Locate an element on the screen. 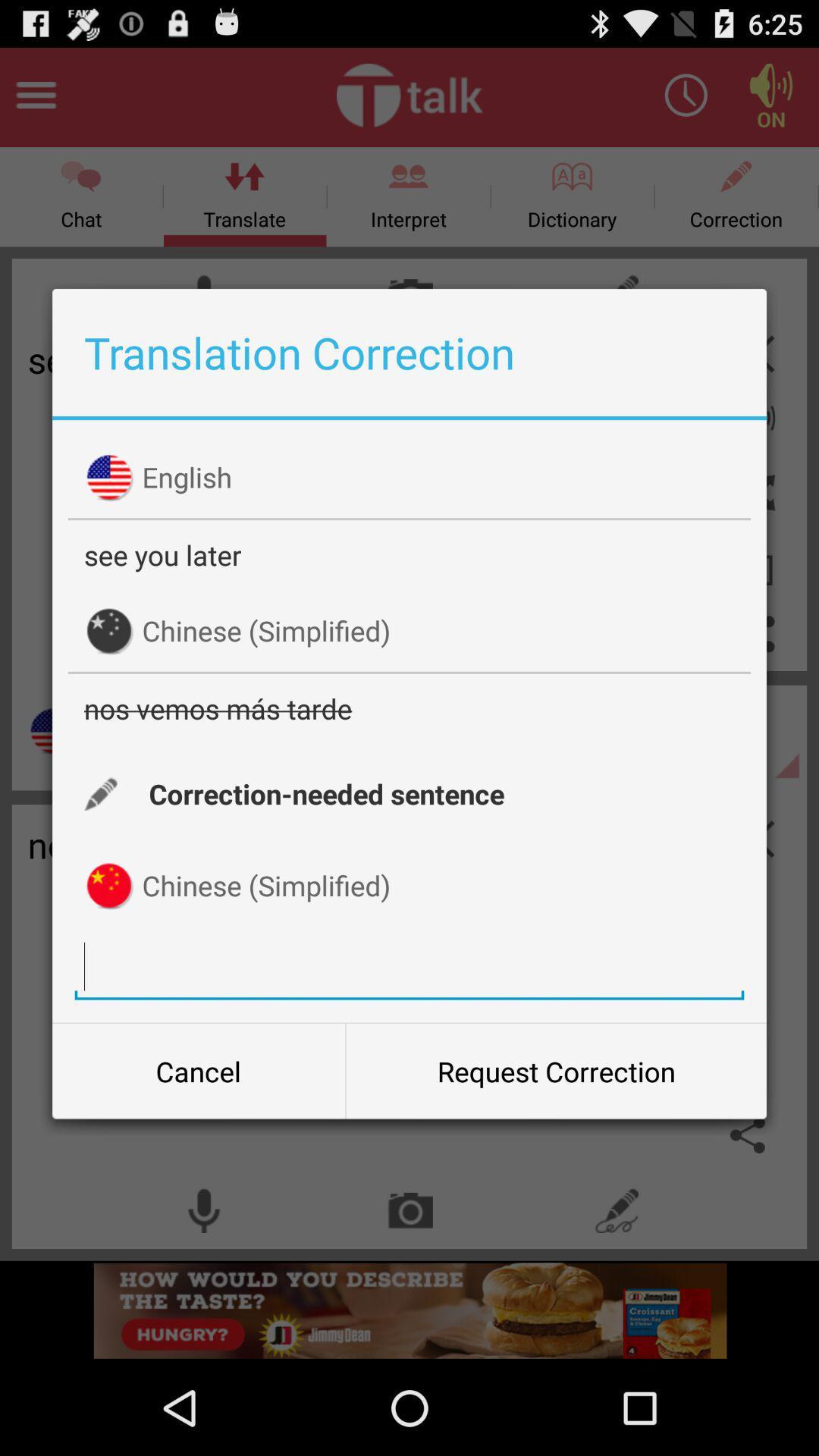 This screenshot has height=1456, width=819. button next to request correction icon is located at coordinates (198, 1070).